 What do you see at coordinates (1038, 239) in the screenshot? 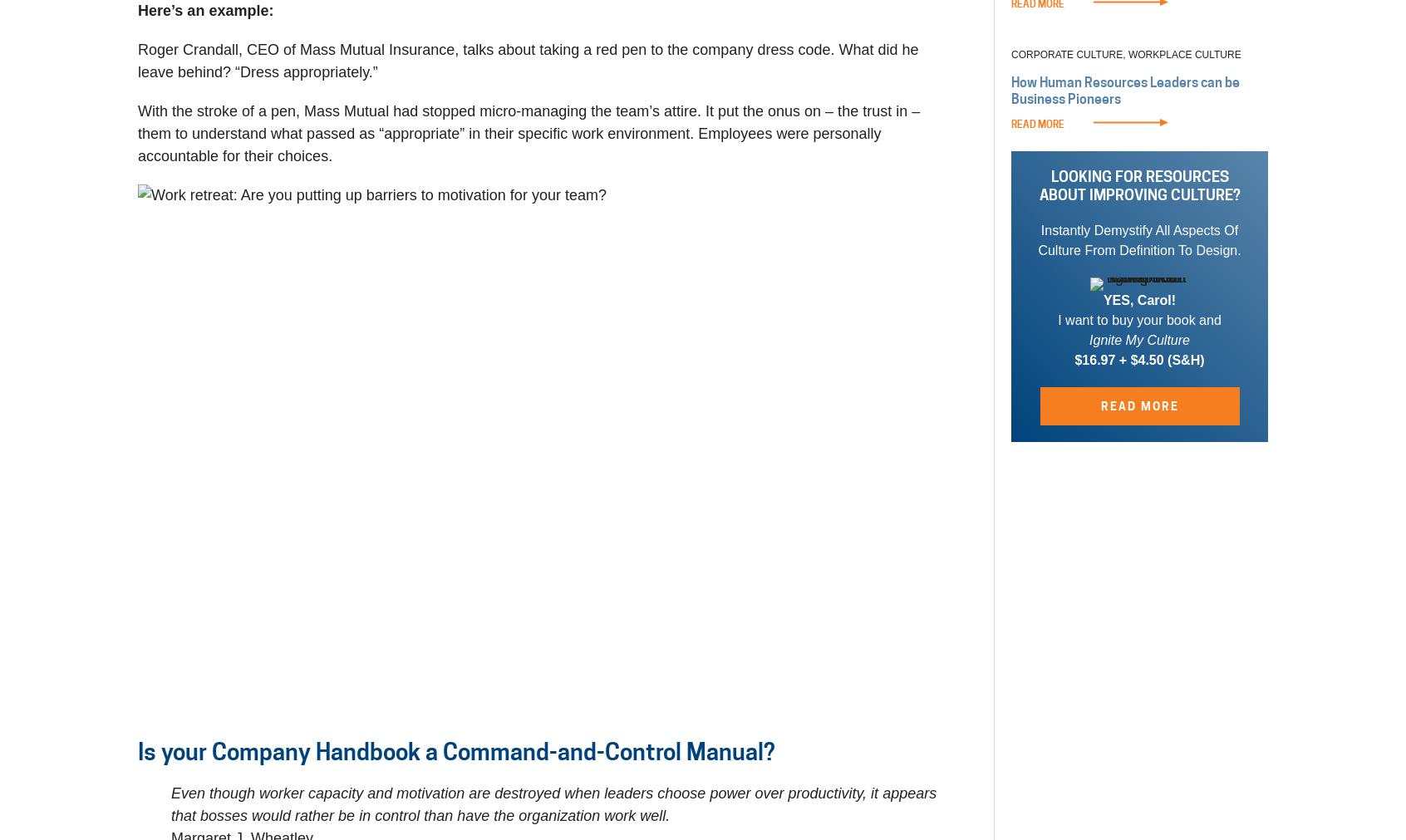
I see `'Instantly Demystify All Aspects Of Culture From Definition To Design.'` at bounding box center [1038, 239].